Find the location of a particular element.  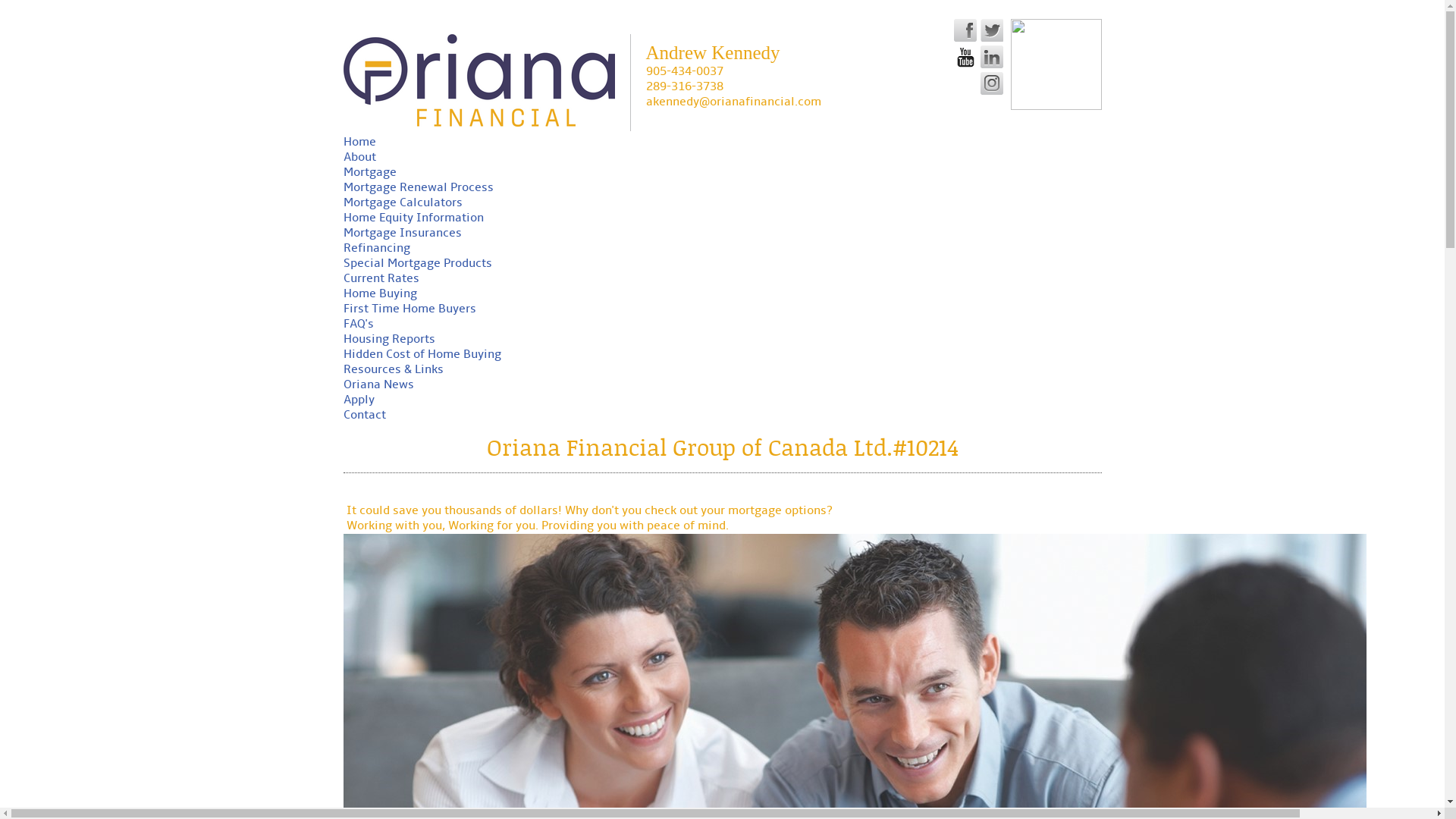

'Apply' is located at coordinates (357, 400).